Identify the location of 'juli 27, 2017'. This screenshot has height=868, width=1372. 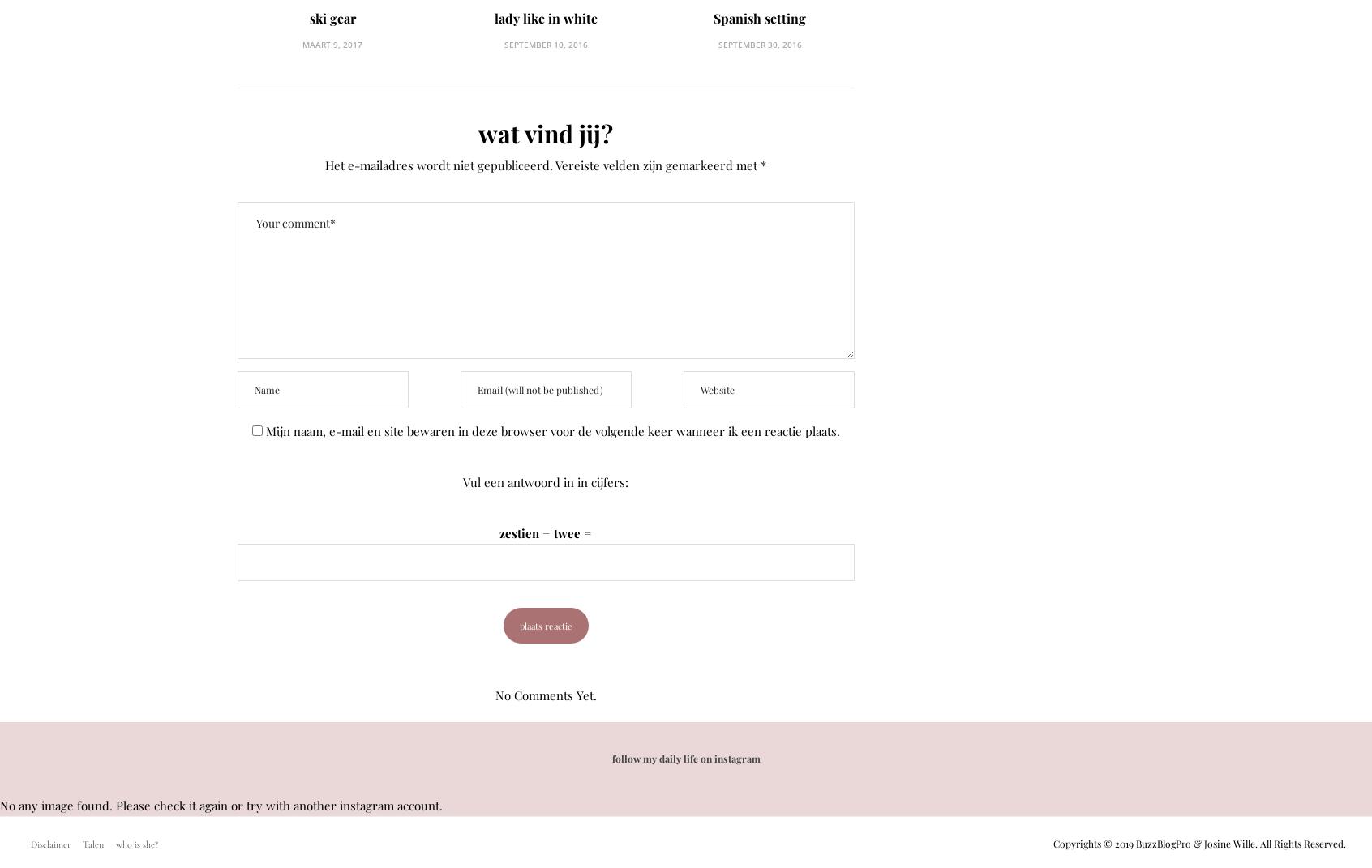
(950, 44).